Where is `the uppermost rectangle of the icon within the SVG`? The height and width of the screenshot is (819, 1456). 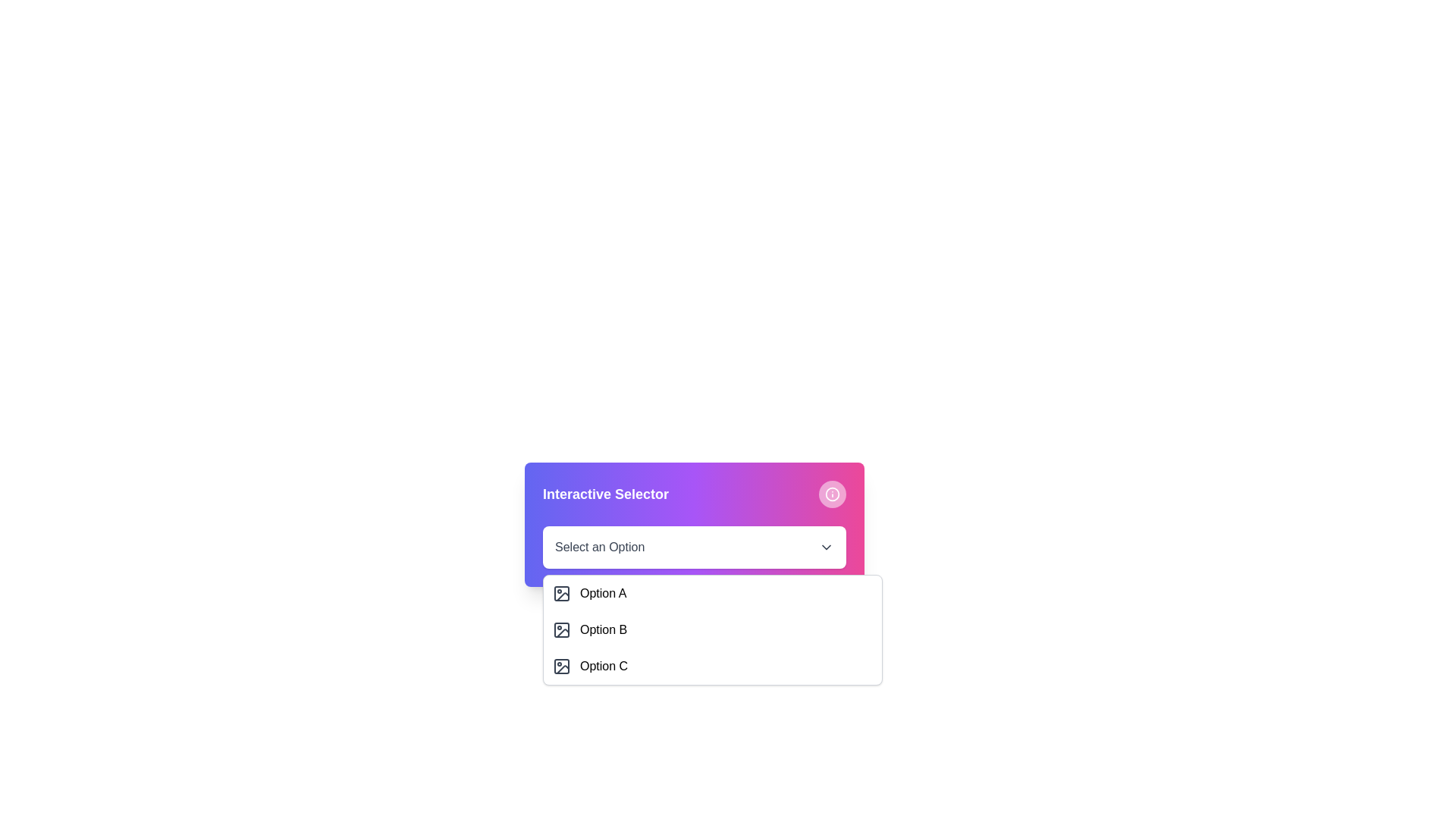
the uppermost rectangle of the icon within the SVG is located at coordinates (560, 593).